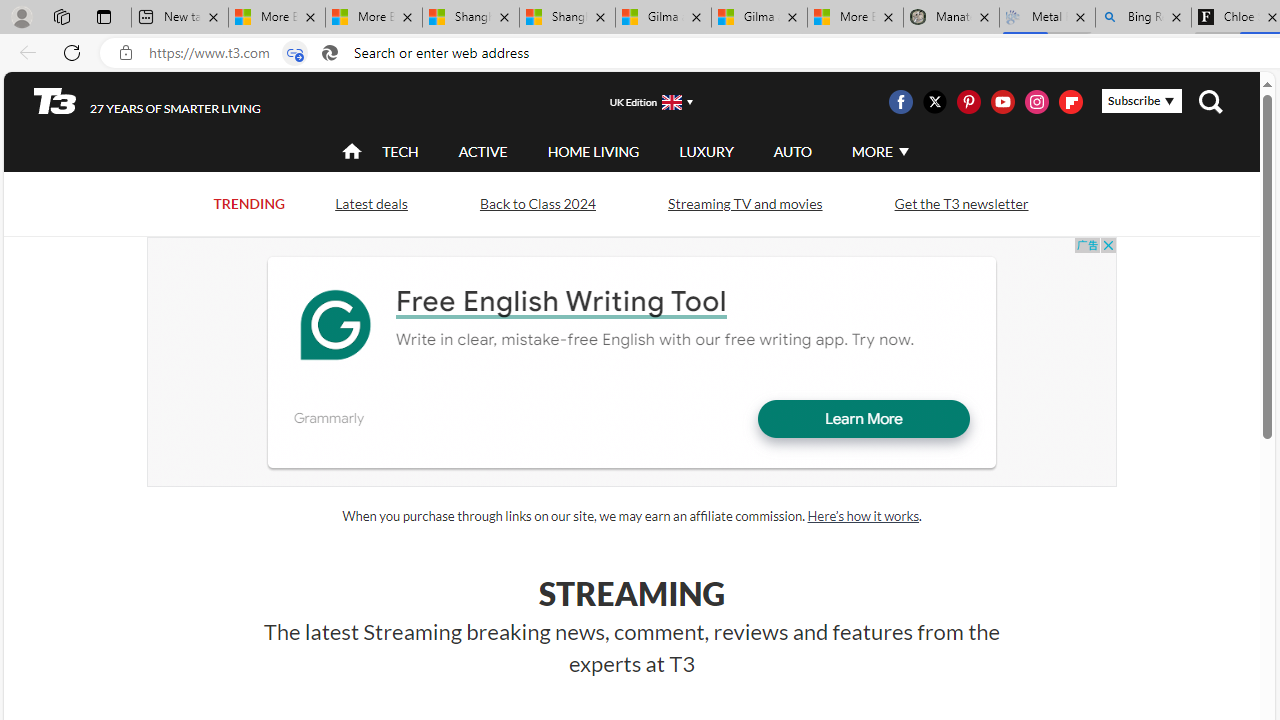 This screenshot has height=720, width=1280. I want to click on 'Class: navigation__search', so click(1209, 101).